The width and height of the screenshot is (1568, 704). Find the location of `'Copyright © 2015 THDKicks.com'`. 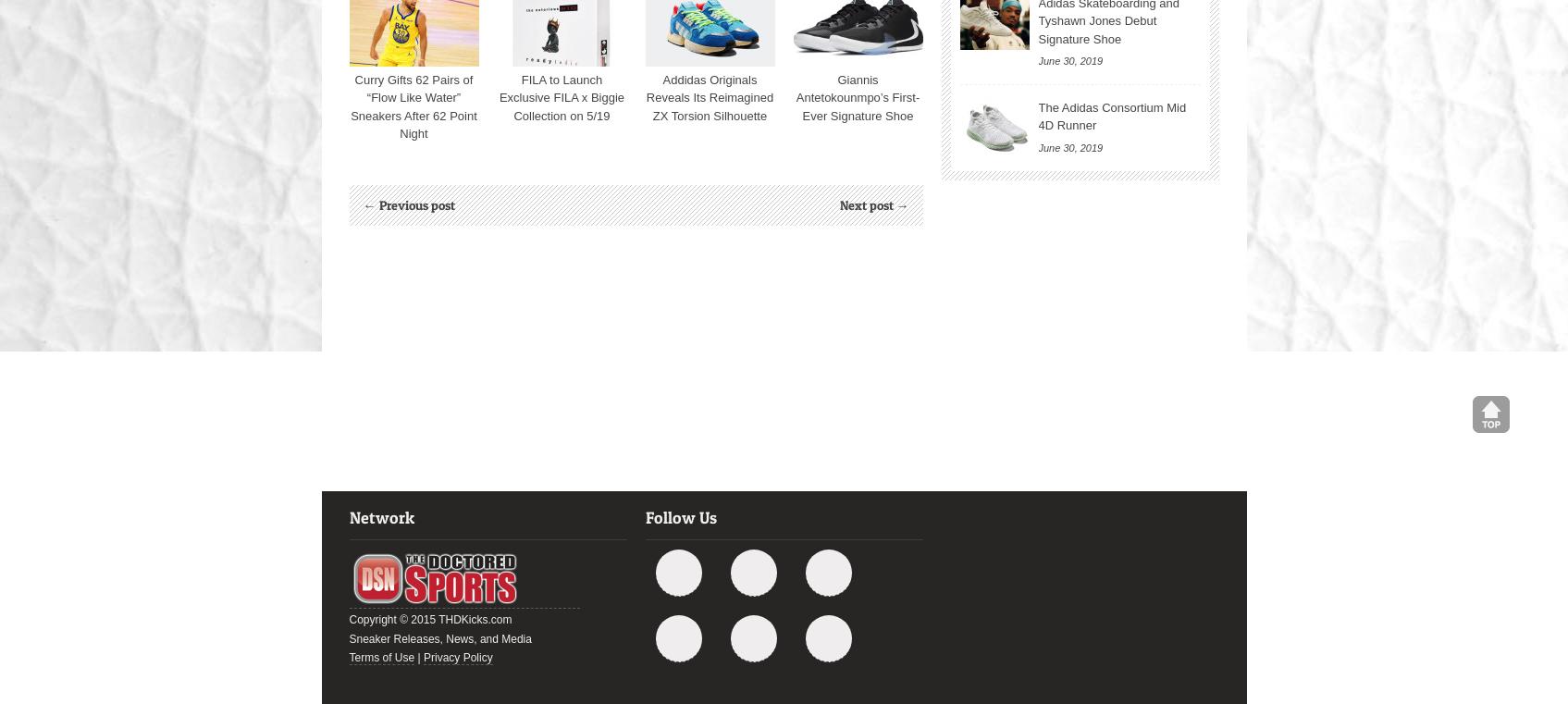

'Copyright © 2015 THDKicks.com' is located at coordinates (428, 618).